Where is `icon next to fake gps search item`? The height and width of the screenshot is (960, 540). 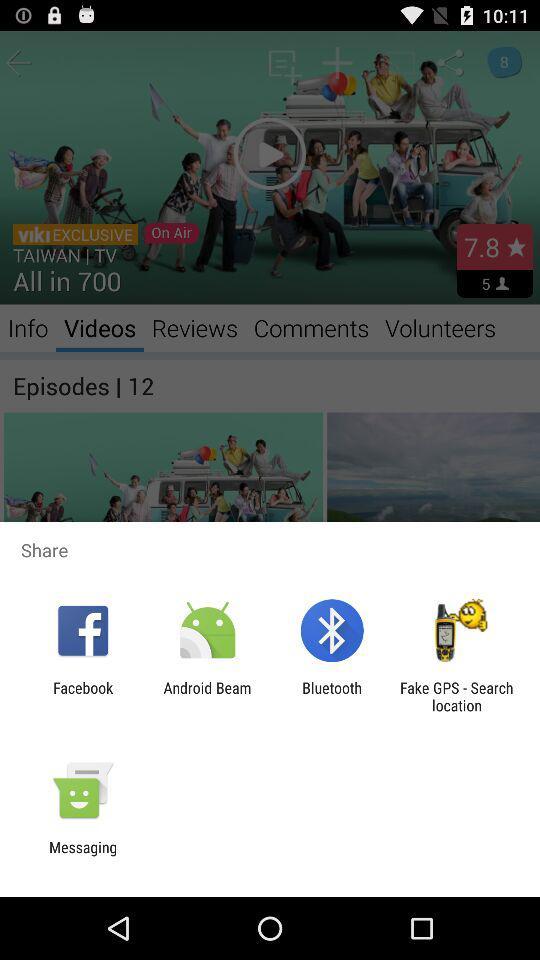
icon next to fake gps search item is located at coordinates (332, 696).